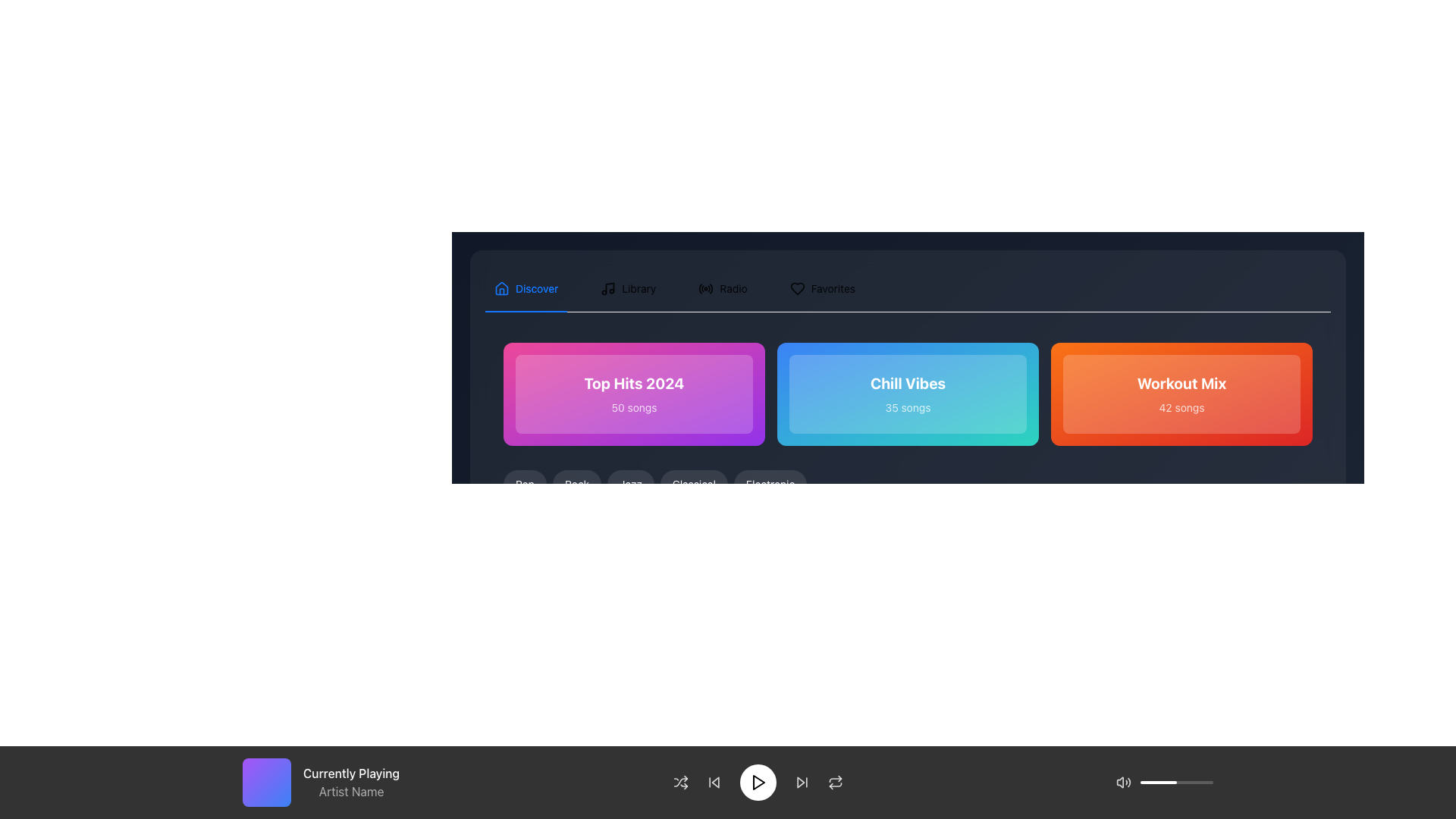  I want to click on the slider position, so click(1163, 783).